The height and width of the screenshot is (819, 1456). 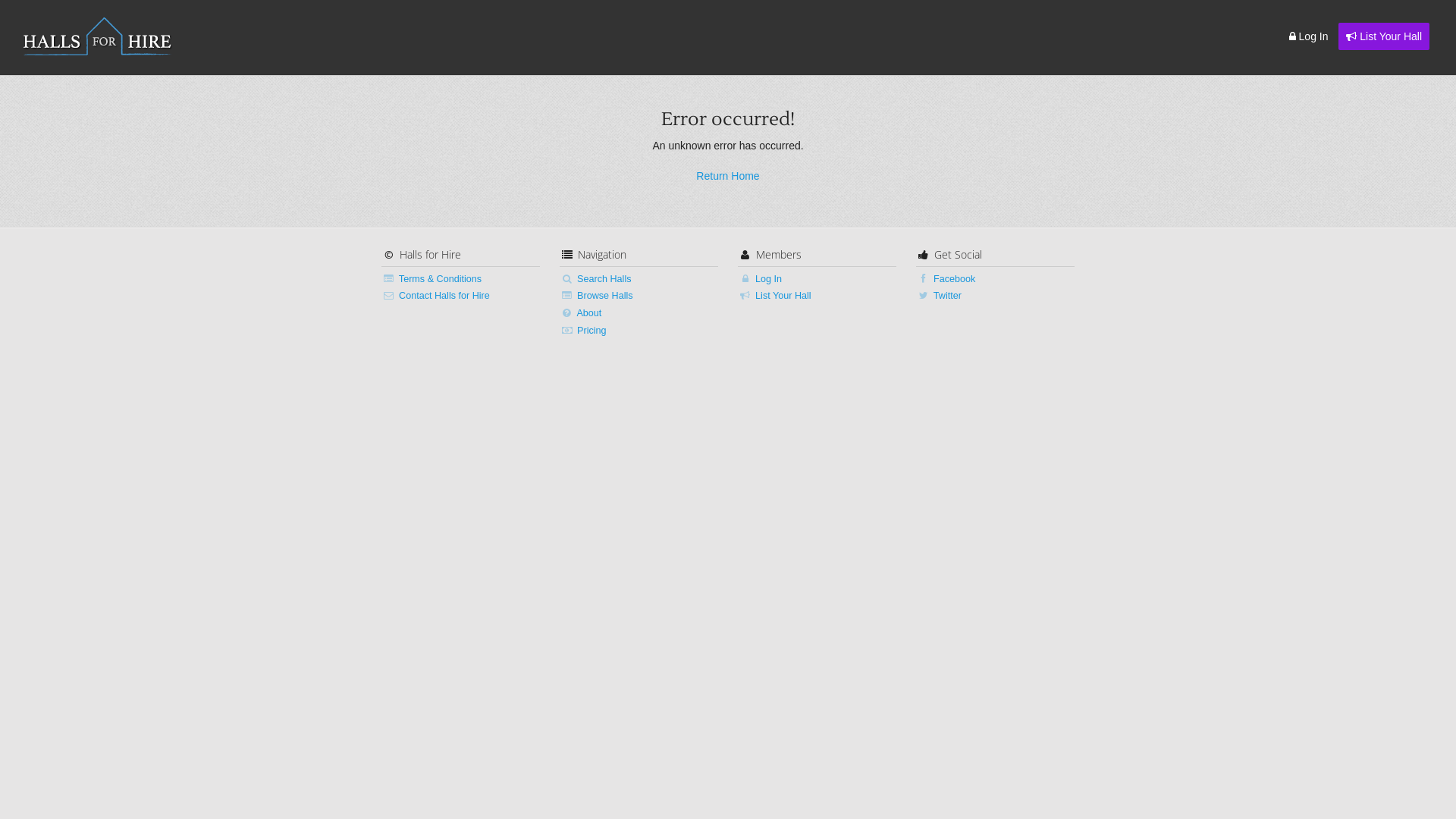 What do you see at coordinates (817, 296) in the screenshot?
I see `'List Your Hall'` at bounding box center [817, 296].